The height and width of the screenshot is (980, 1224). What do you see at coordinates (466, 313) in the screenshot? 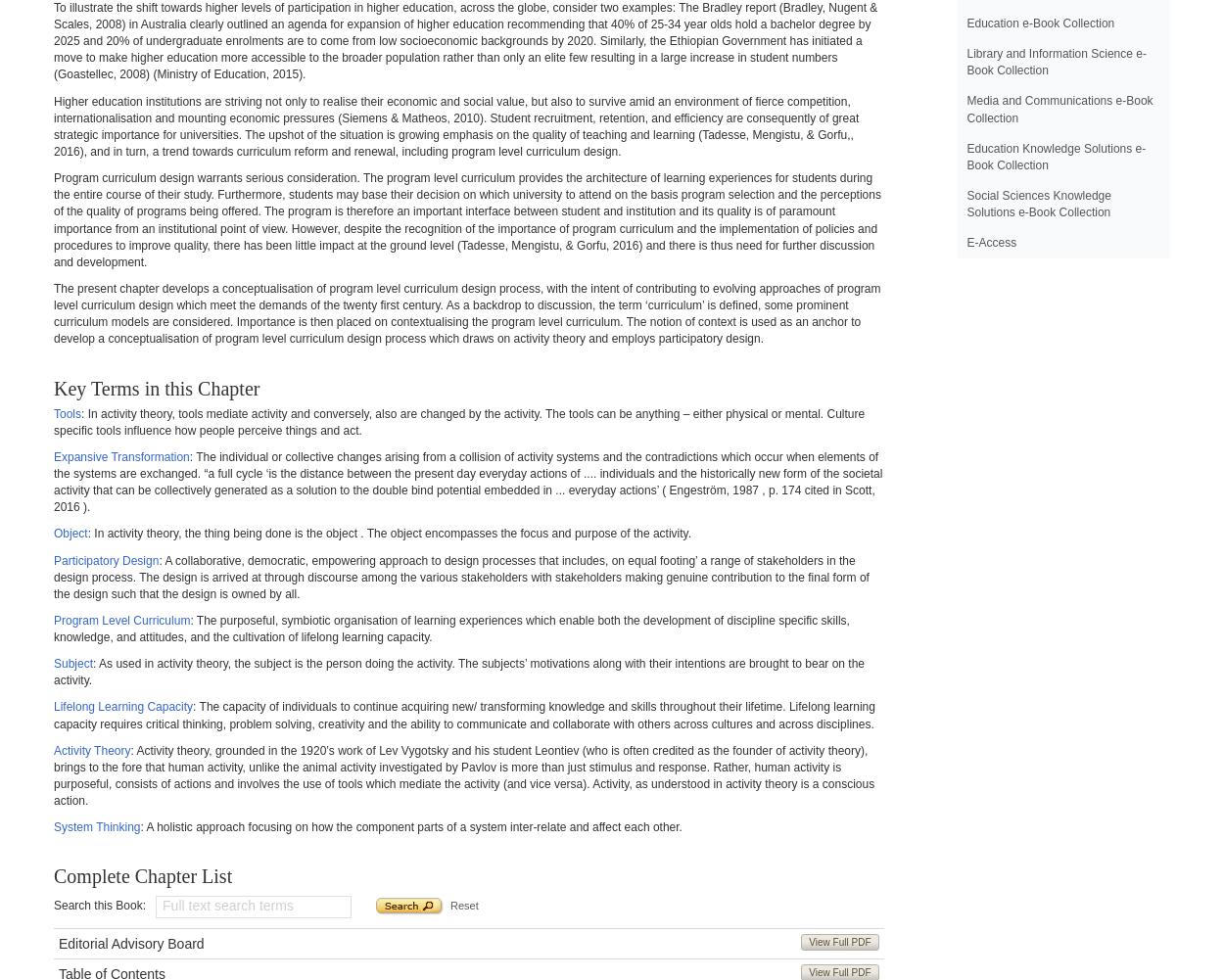
I see `'The present chapter develops a conceptualisation of program level curriculum design process, with the intent of contributing to evolving approaches of program level curriculum design which meet the demands of the twenty first century. As a backdrop to discussion, the term ‘curriculum’ is defined, some prominent curriculum models are considered. Importance is then placed on contextualising the program level curriculum. The notion of context is used as an anchor to develop a conceptualisation of program level curriculum design process which draws on activity theory and employs participatory design.'` at bounding box center [466, 313].